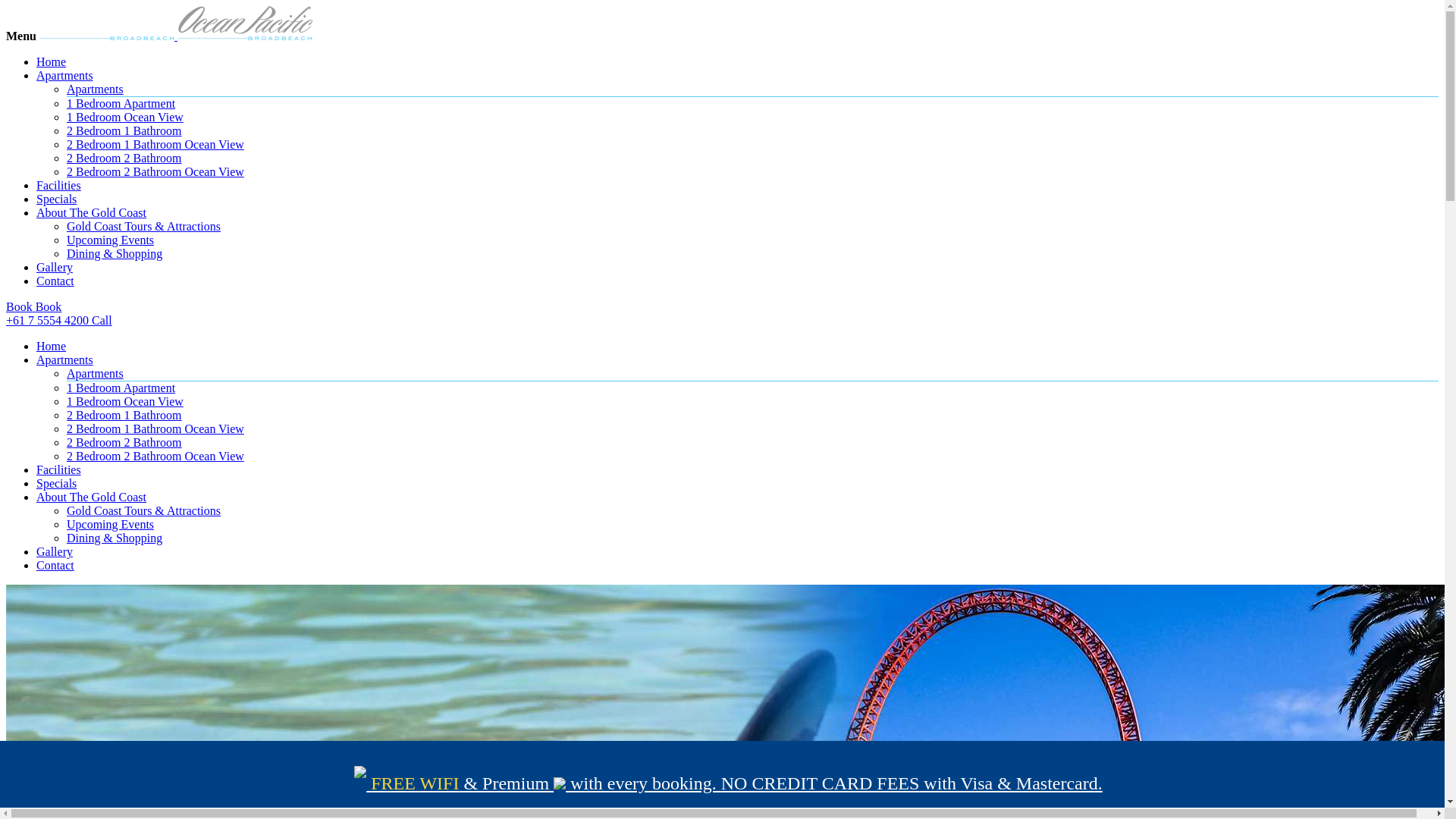  What do you see at coordinates (124, 400) in the screenshot?
I see `'1 Bedroom Ocean View'` at bounding box center [124, 400].